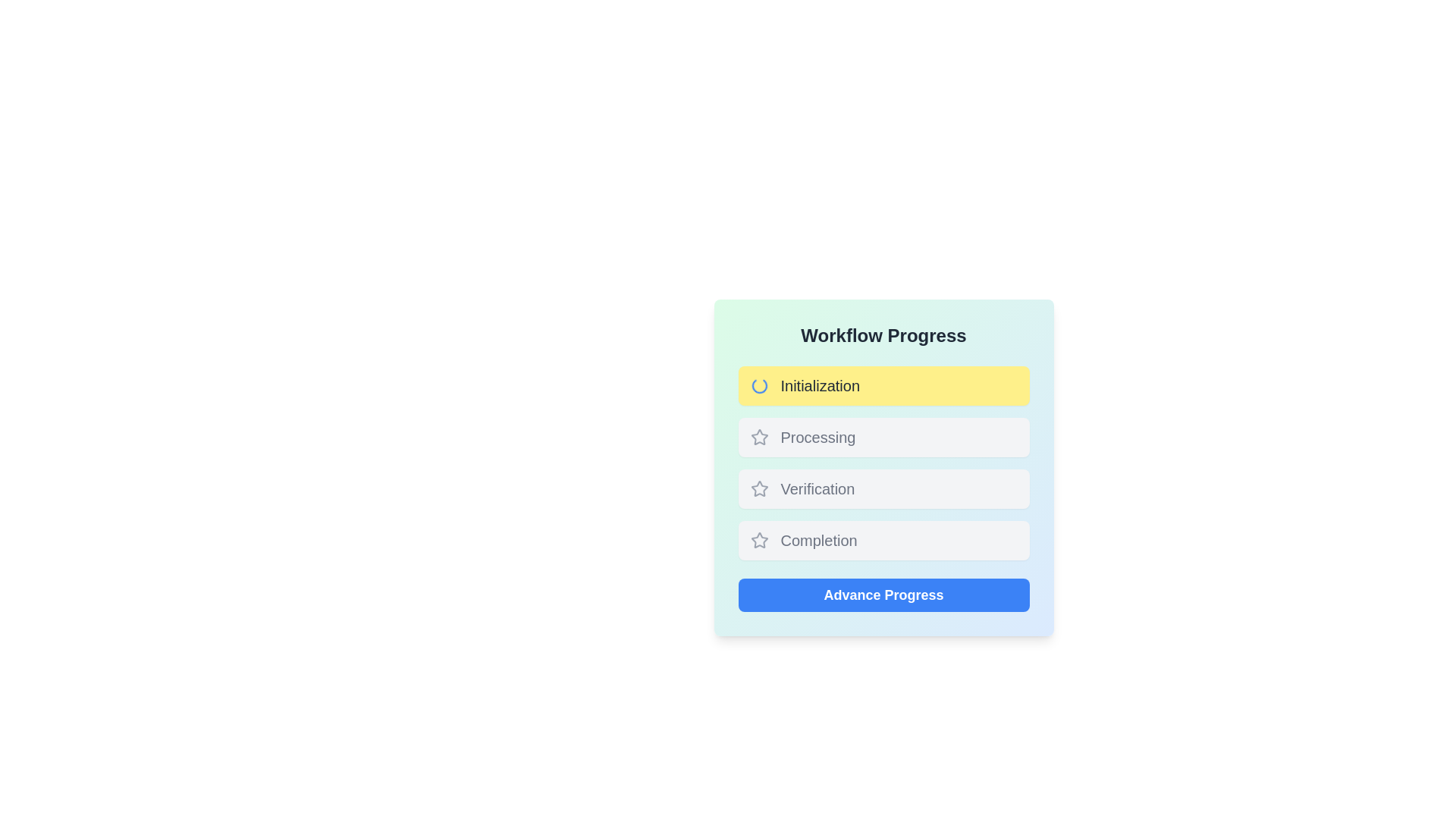  Describe the element at coordinates (759, 540) in the screenshot. I see `the 'Completion' icon in the workflow progress interface by moving the cursor to its center` at that location.